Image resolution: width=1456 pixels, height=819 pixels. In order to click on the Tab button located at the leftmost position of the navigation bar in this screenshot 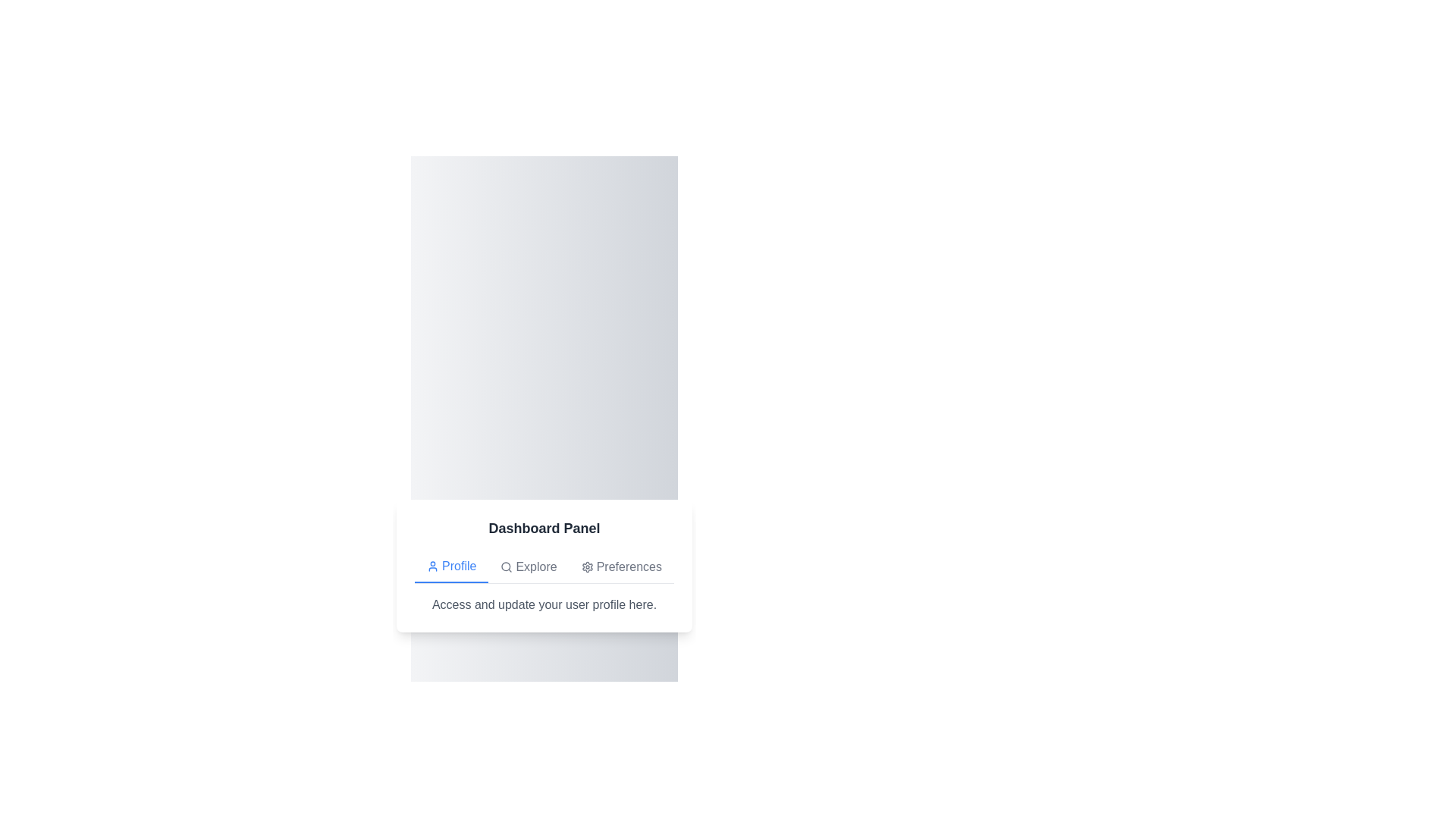, I will do `click(450, 566)`.